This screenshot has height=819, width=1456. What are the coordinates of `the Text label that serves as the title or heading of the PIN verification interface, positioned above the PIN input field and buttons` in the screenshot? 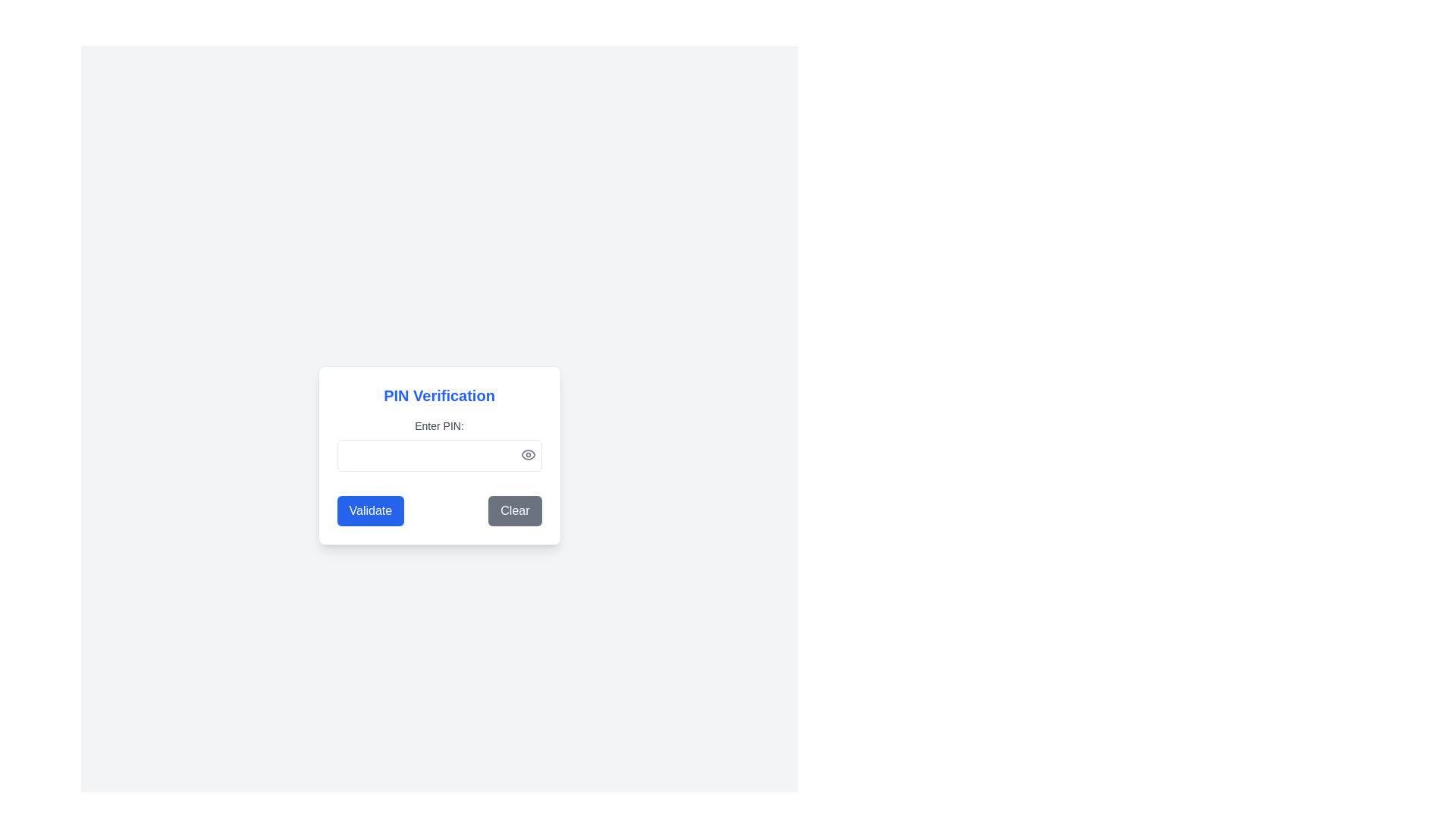 It's located at (438, 394).